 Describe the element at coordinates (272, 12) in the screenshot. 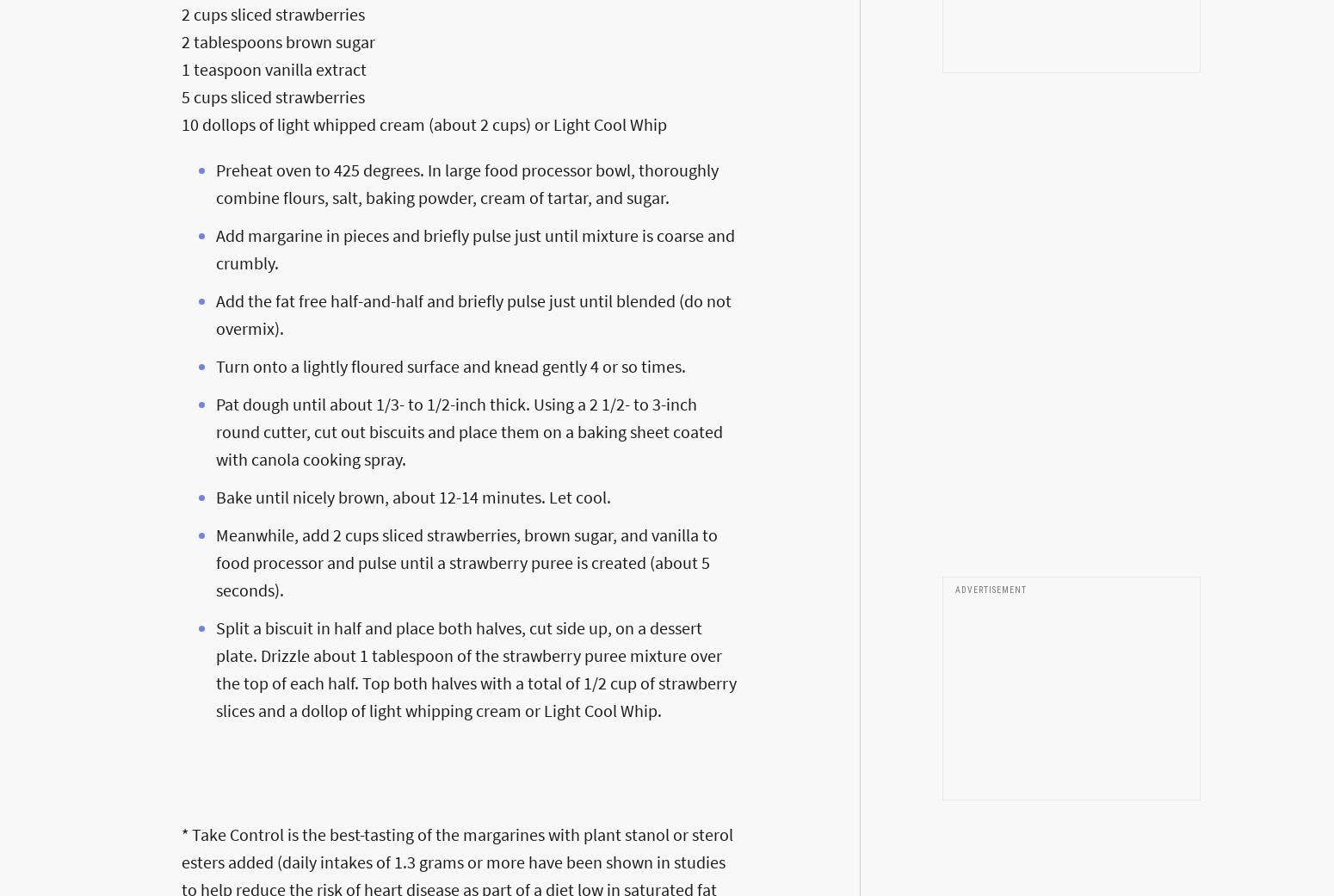

I see `'2 cups sliced strawberries'` at that location.